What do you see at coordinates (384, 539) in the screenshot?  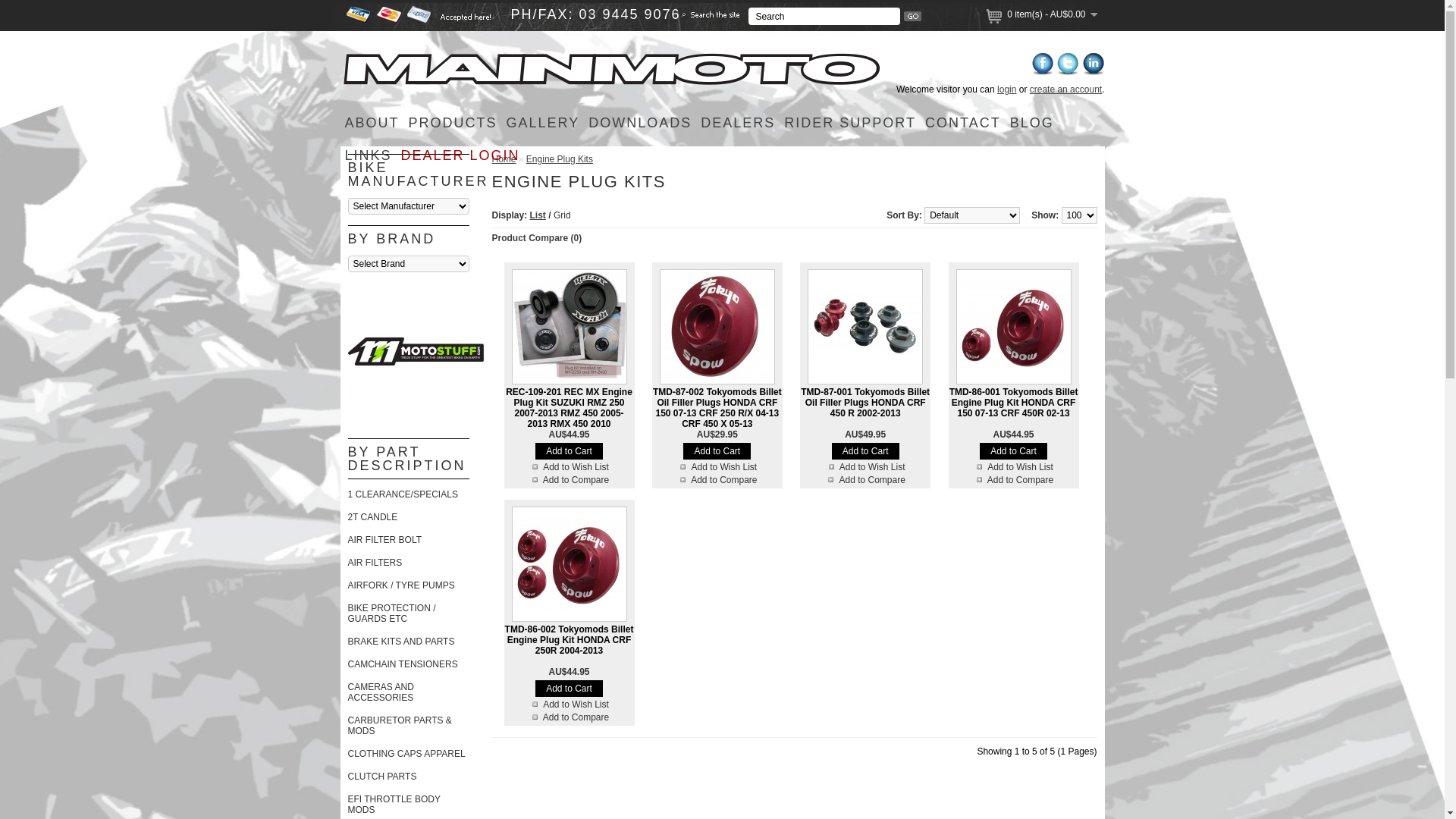 I see `'AIR FILTER BOLT'` at bounding box center [384, 539].